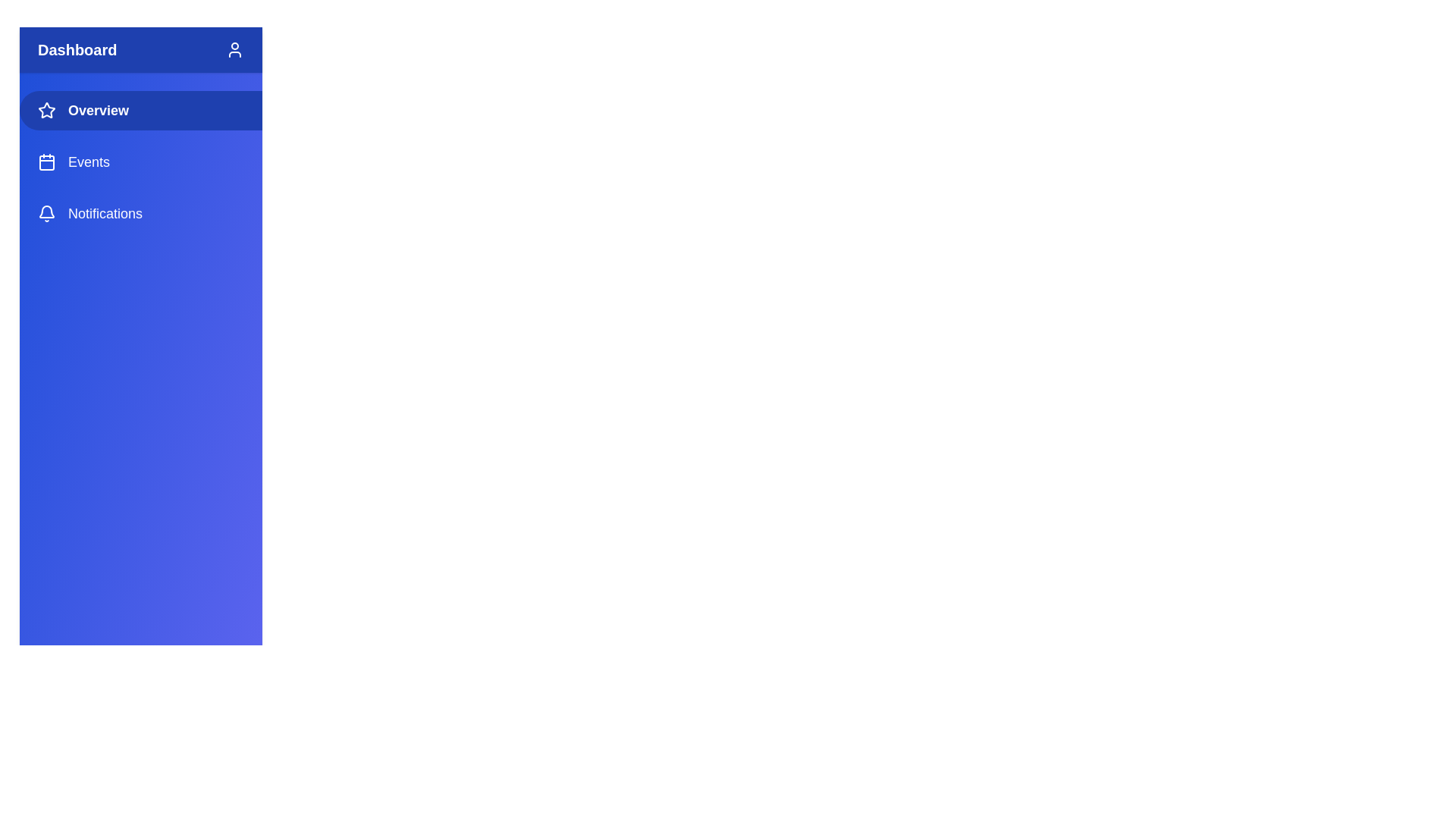 The width and height of the screenshot is (1456, 819). Describe the element at coordinates (141, 110) in the screenshot. I see `the sidebar section Overview` at that location.